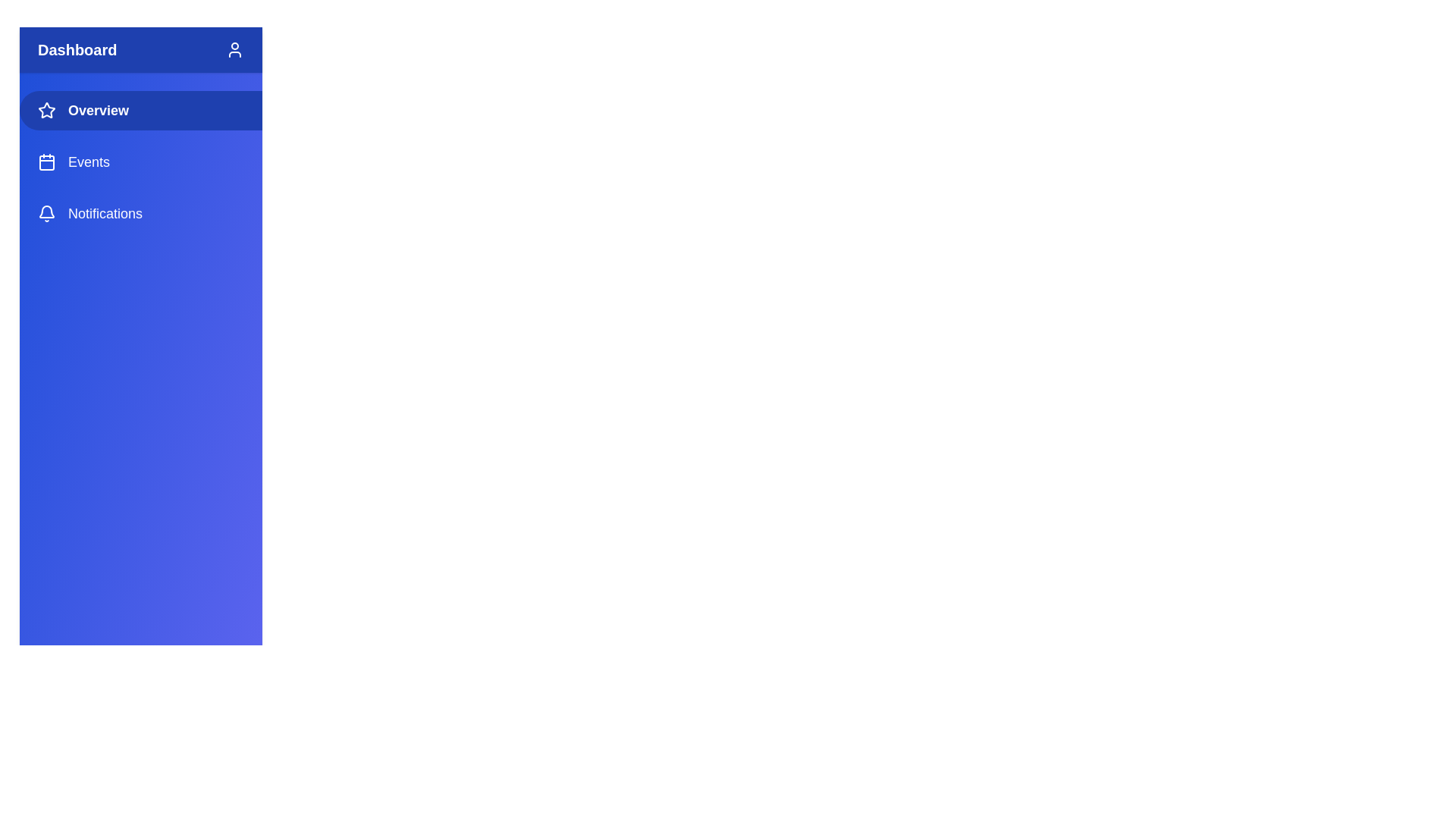 The width and height of the screenshot is (1456, 819). Describe the element at coordinates (141, 110) in the screenshot. I see `the sidebar section Overview` at that location.